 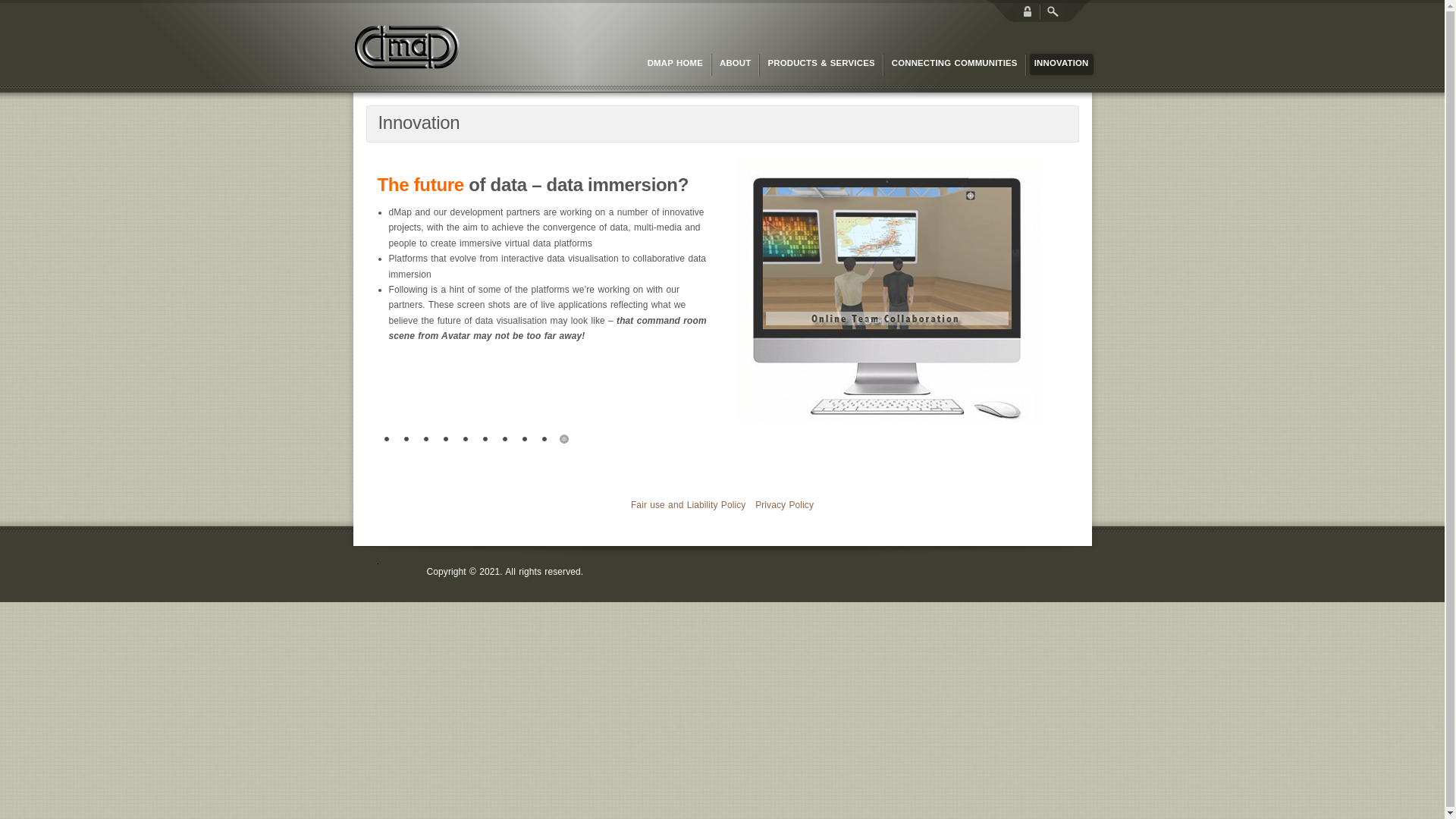 What do you see at coordinates (1030, 63) in the screenshot?
I see `'INNOVATION'` at bounding box center [1030, 63].